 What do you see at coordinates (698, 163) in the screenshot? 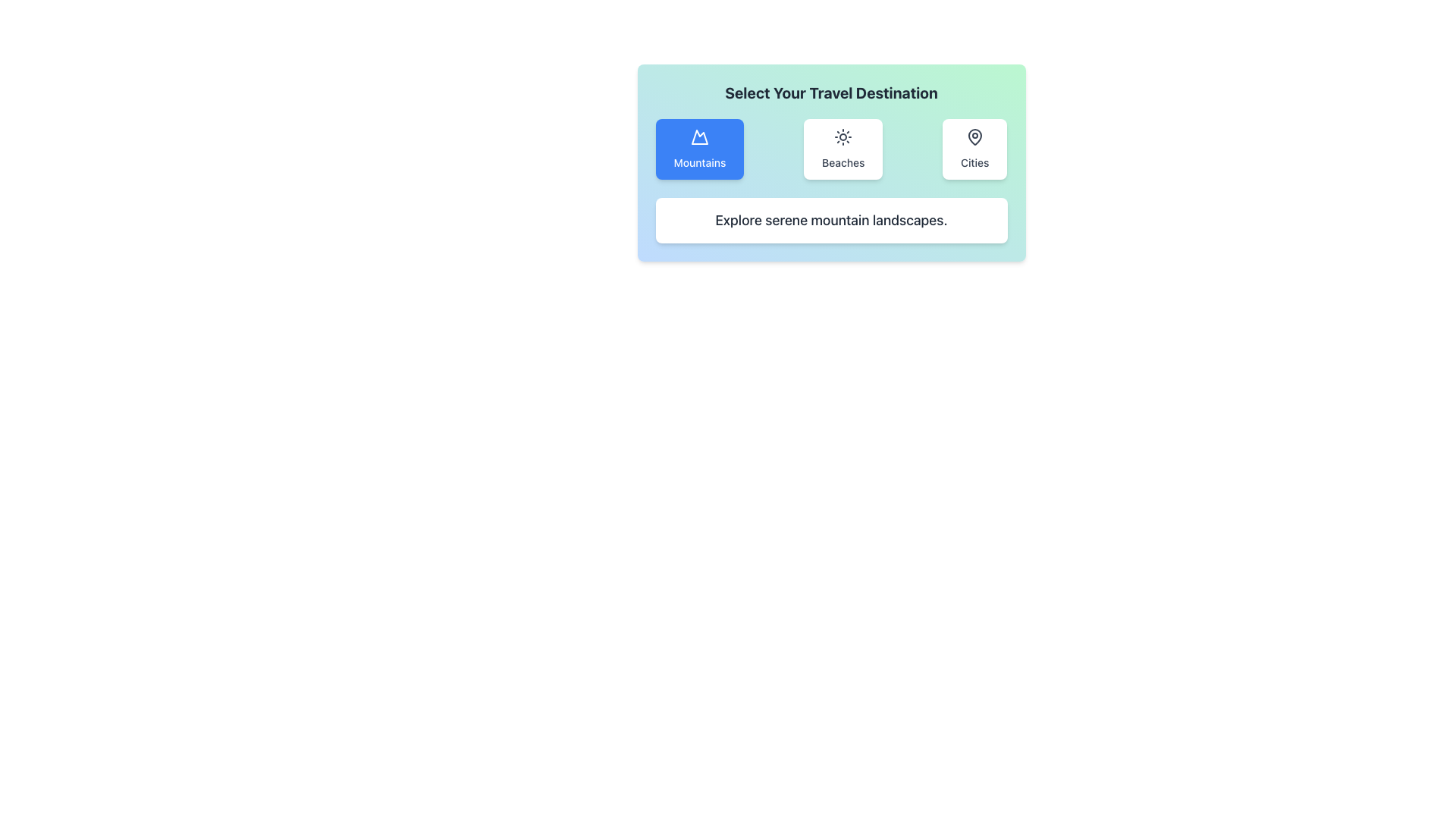
I see `text of the label that identifies the button option as 'Mountains', located directly below the mountain icon in the interactive selection panel` at bounding box center [698, 163].